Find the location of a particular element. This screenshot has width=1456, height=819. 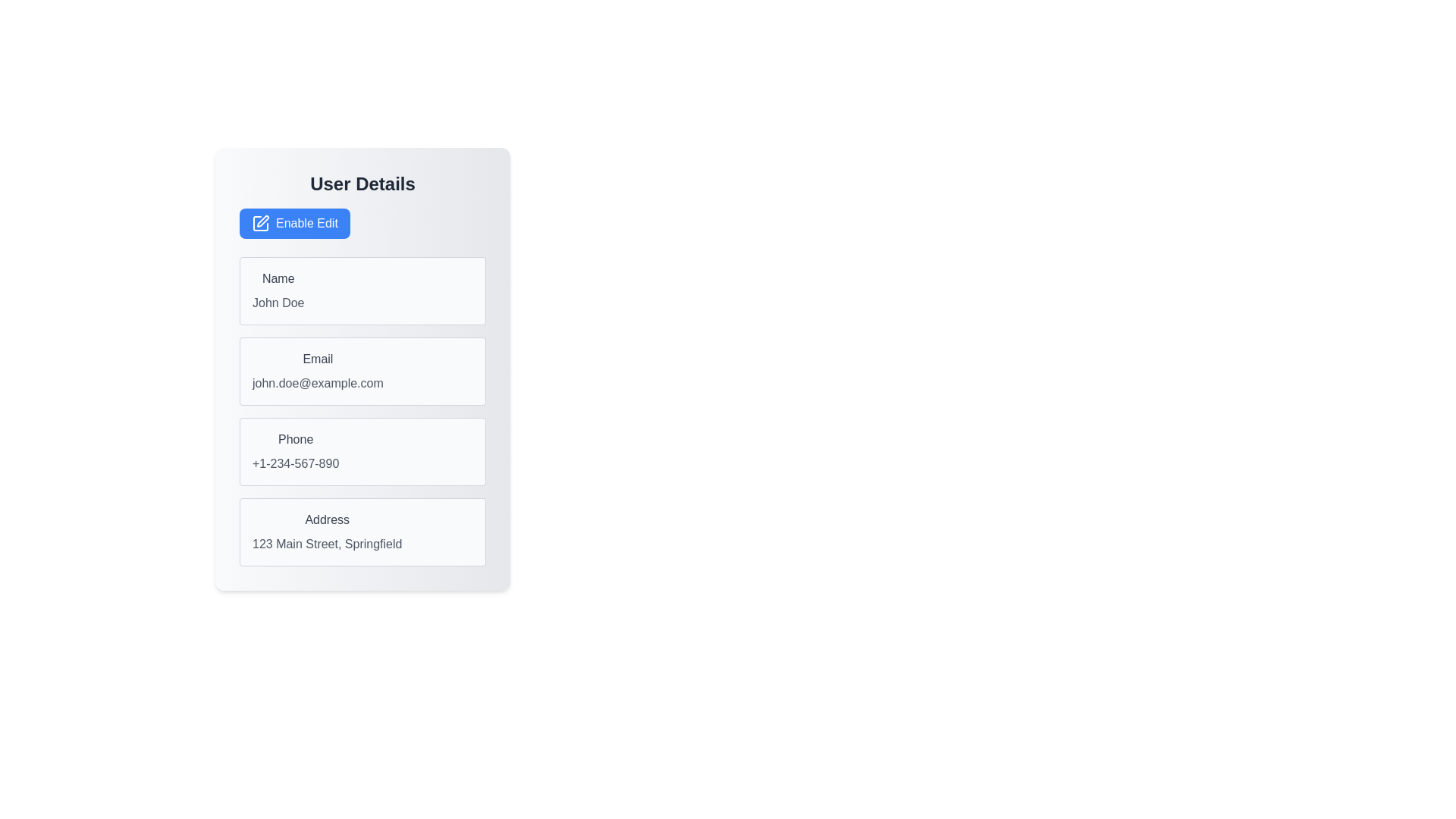

the 'Address' label element, which is styled with medium font weight and gray color, located under the 'Phone' information in the user details section is located at coordinates (326, 519).